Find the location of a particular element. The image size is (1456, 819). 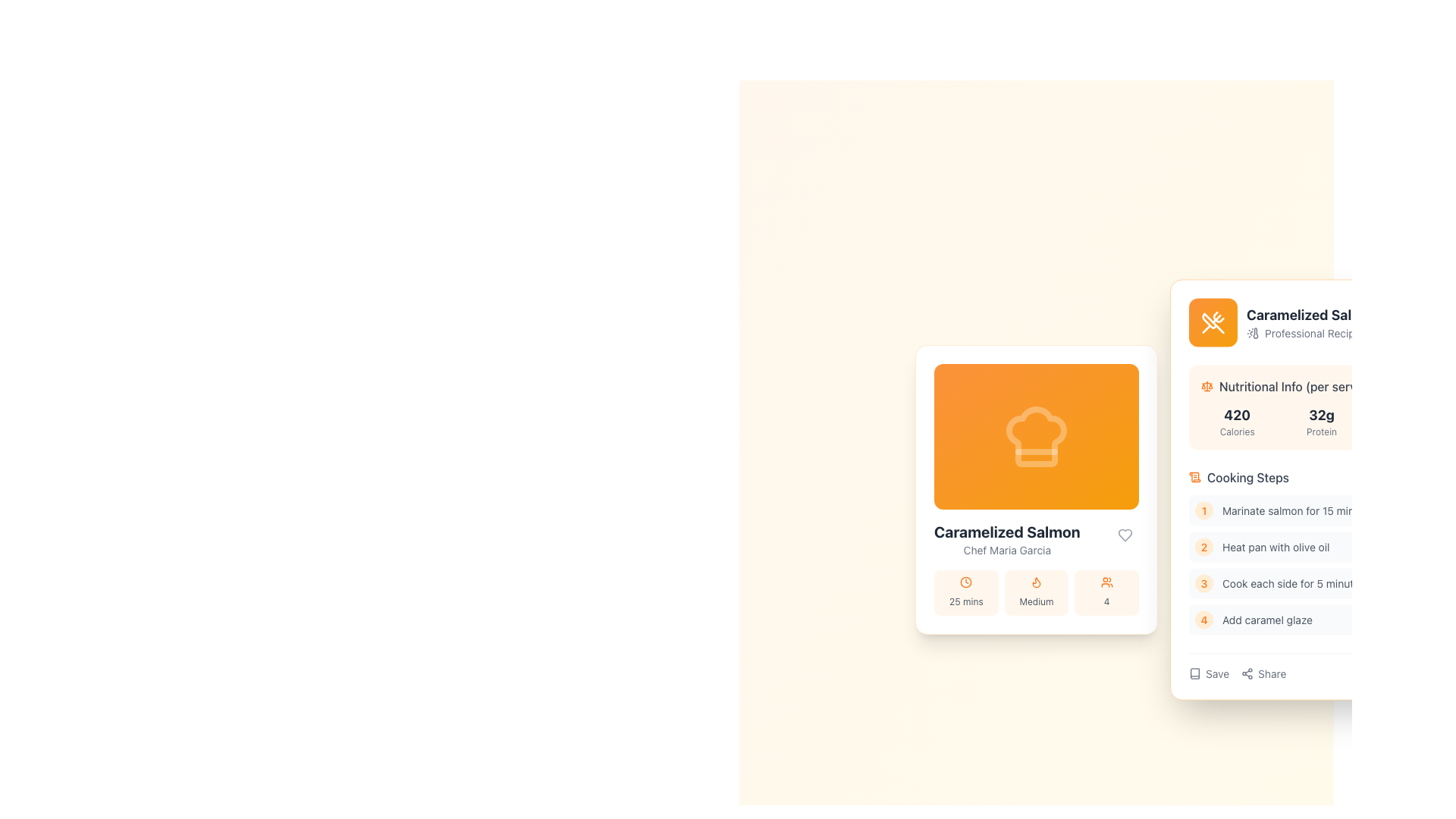

the first list item in the cooking steps, which features a circular icon with '1' in orange and the text 'Marinate salmon for 15 minutes' in gray is located at coordinates (1320, 510).